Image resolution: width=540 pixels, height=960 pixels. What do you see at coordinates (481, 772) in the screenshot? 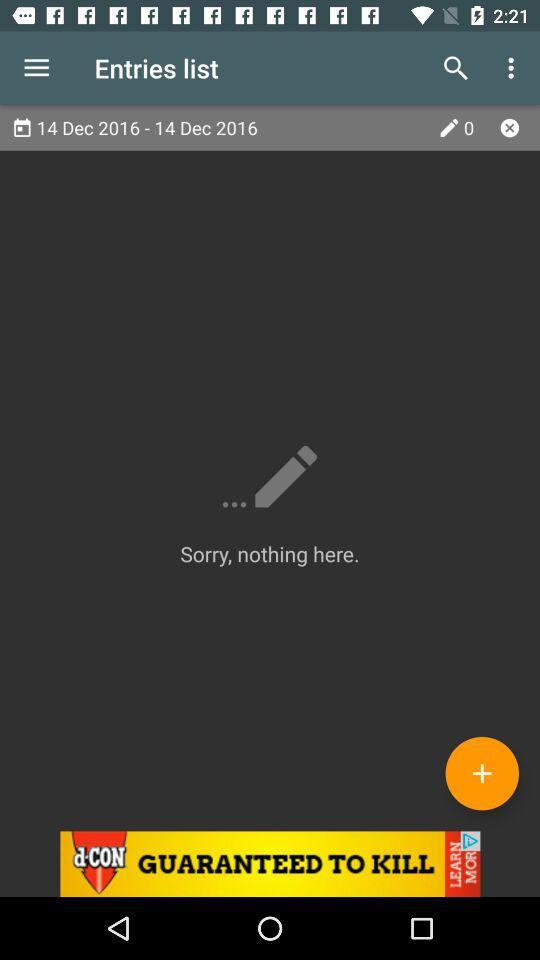
I see `increase` at bounding box center [481, 772].